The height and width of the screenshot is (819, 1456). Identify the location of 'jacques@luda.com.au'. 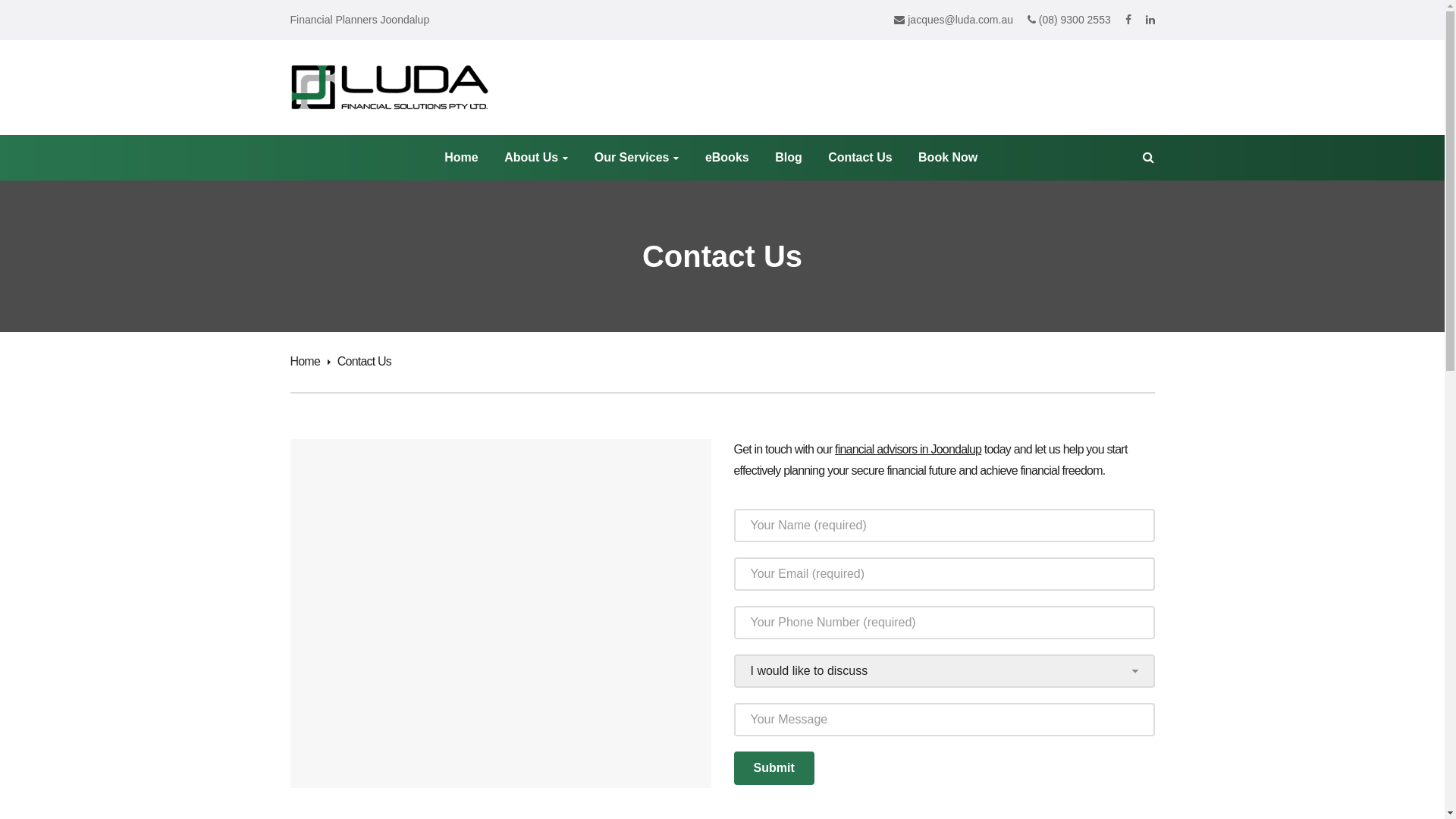
(952, 20).